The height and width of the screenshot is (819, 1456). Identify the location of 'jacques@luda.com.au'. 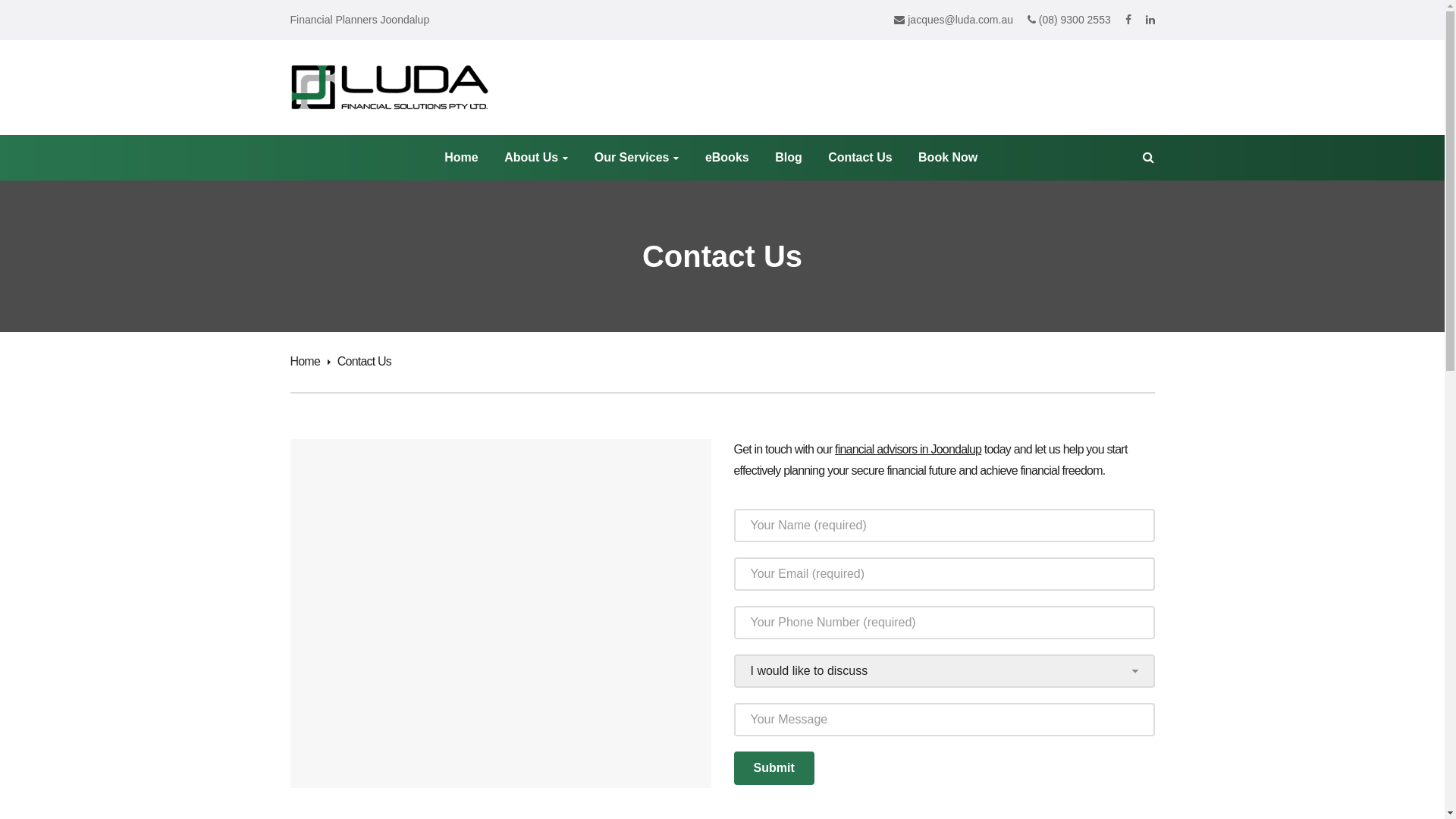
(952, 20).